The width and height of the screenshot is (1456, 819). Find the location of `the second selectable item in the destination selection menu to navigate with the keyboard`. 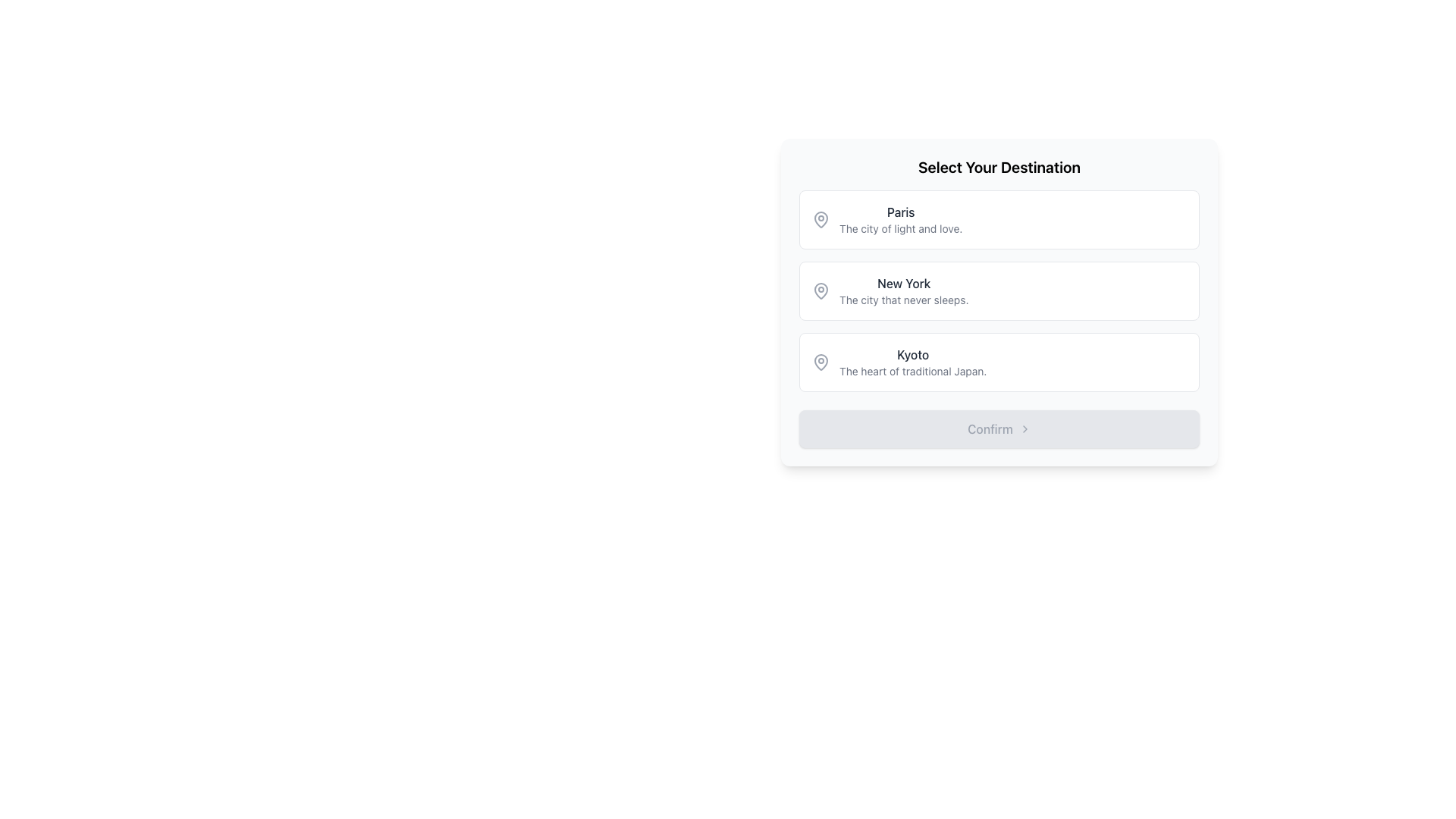

the second selectable item in the destination selection menu to navigate with the keyboard is located at coordinates (999, 302).